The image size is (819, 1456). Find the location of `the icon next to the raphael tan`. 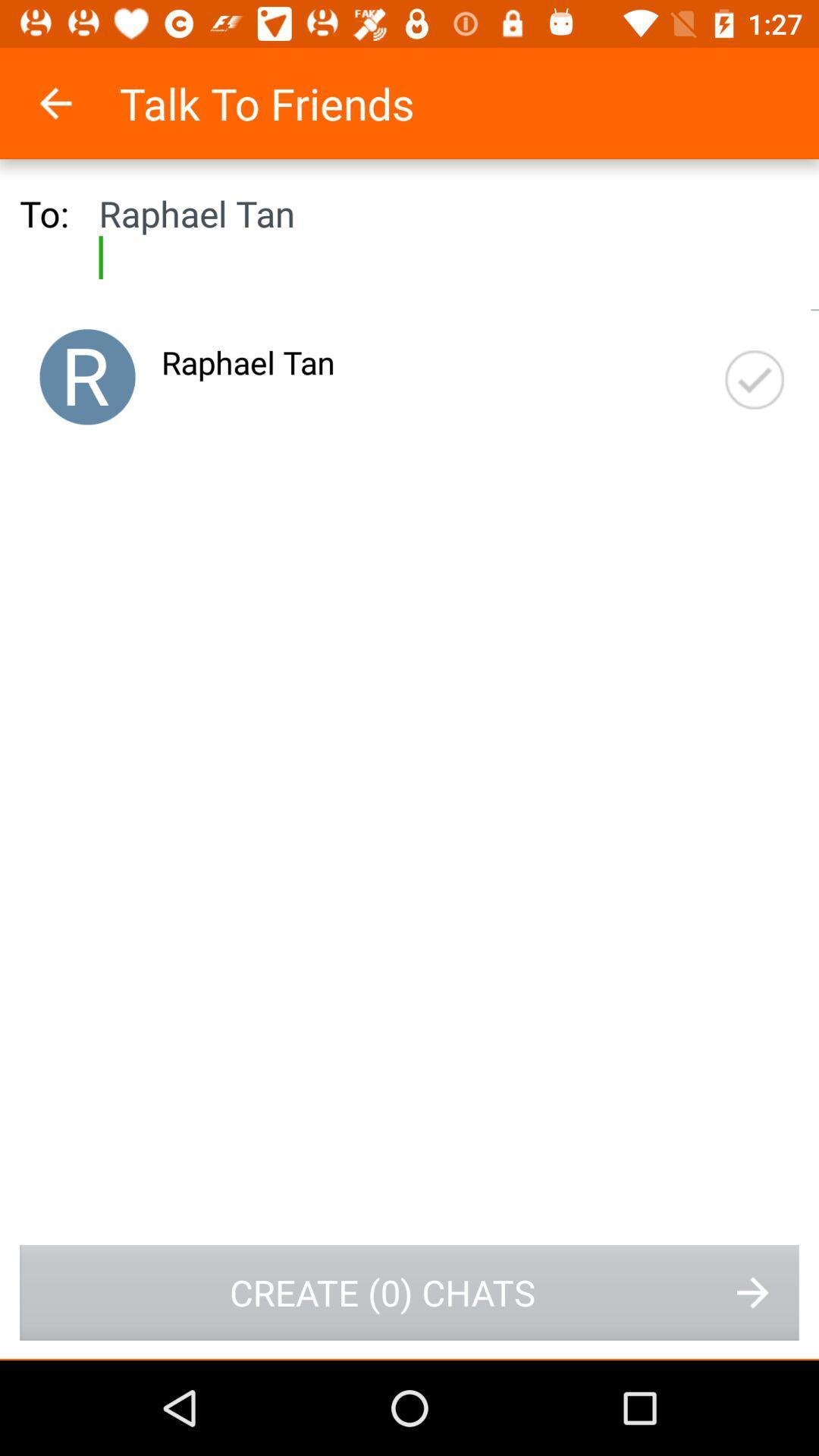

the icon next to the raphael tan is located at coordinates (755, 380).